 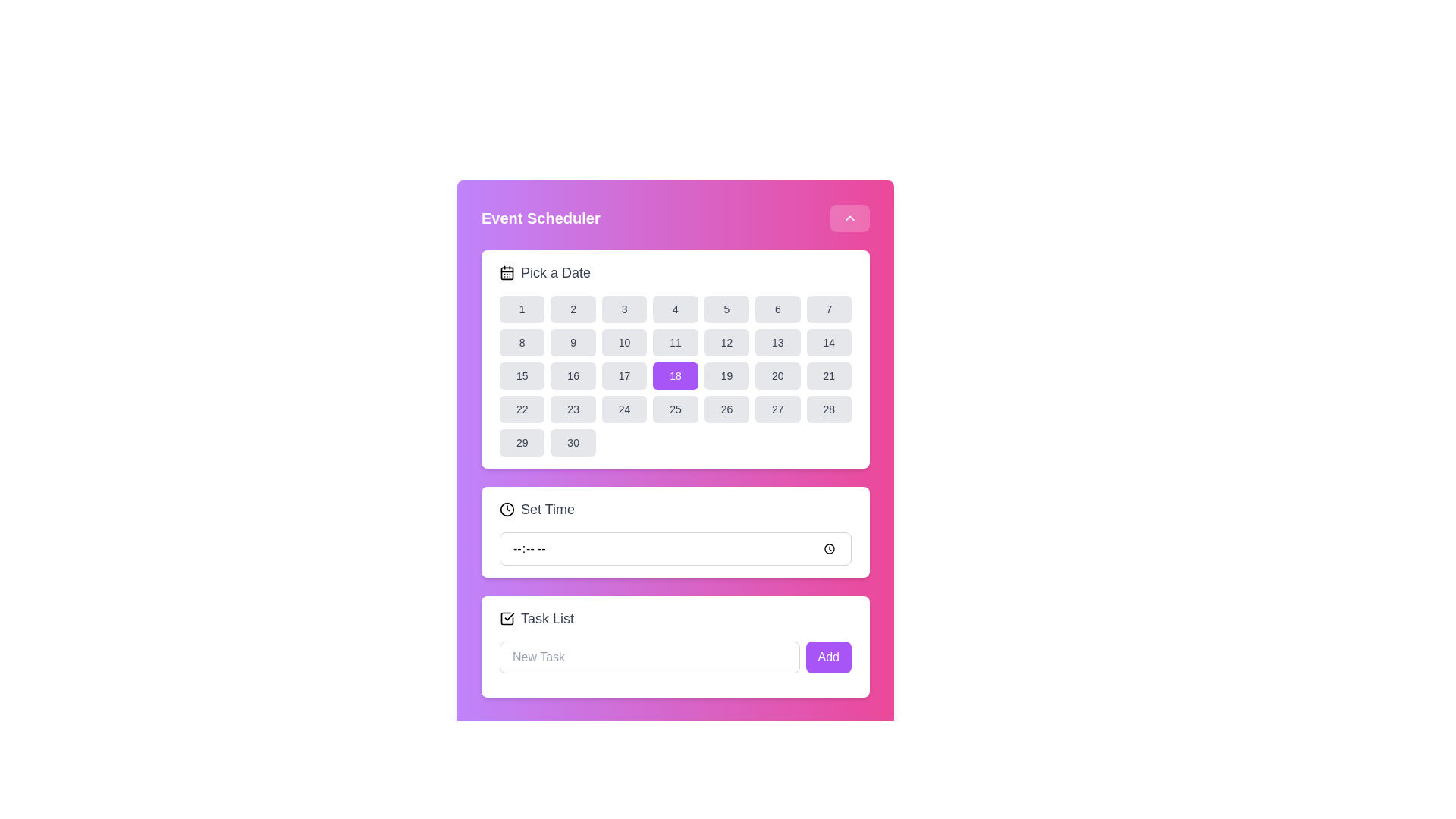 What do you see at coordinates (777, 309) in the screenshot?
I see `the button with the number '6' in the first row and sixth column of the calendar grid` at bounding box center [777, 309].